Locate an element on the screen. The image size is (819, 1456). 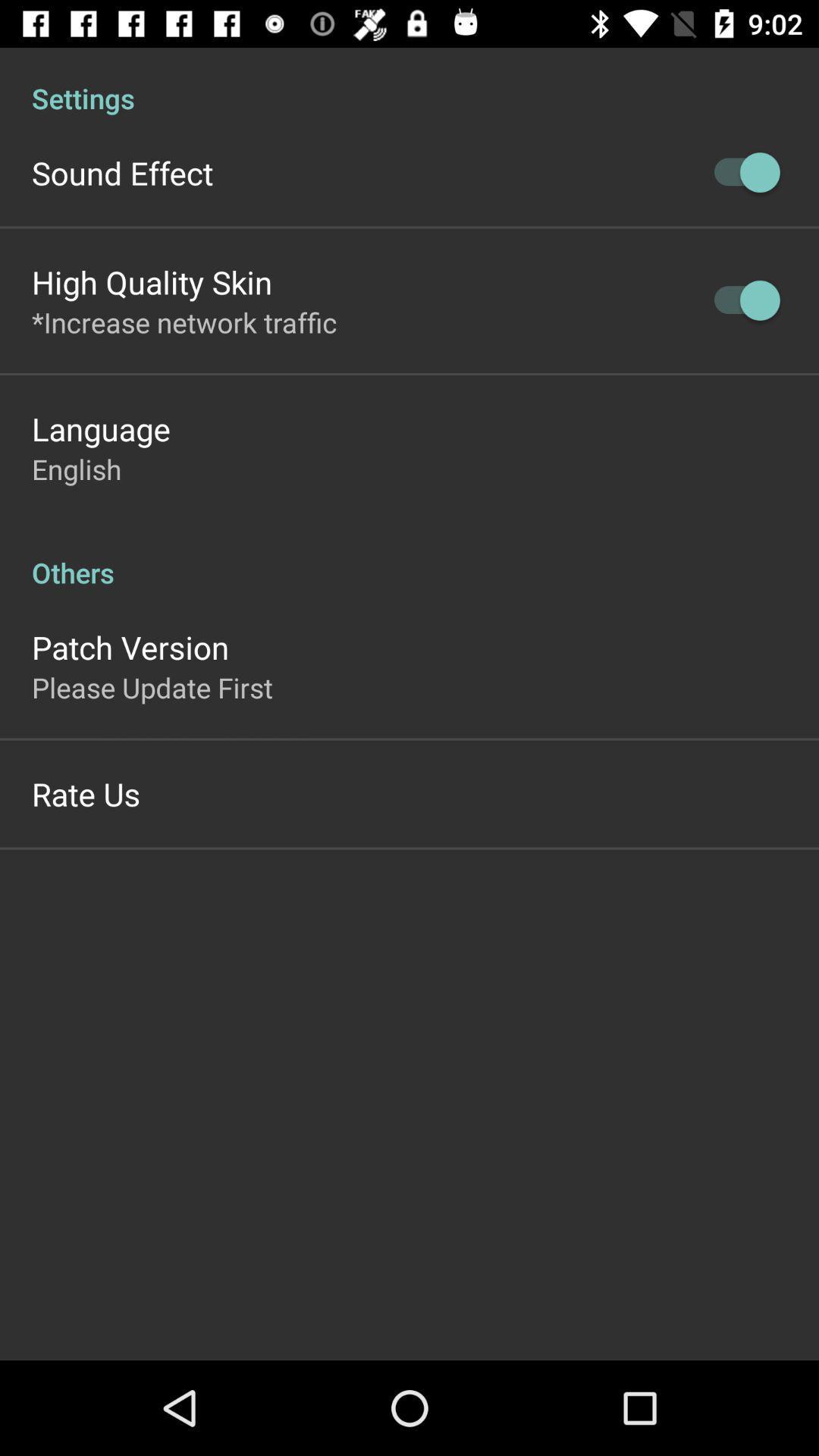
the app above the others is located at coordinates (77, 468).